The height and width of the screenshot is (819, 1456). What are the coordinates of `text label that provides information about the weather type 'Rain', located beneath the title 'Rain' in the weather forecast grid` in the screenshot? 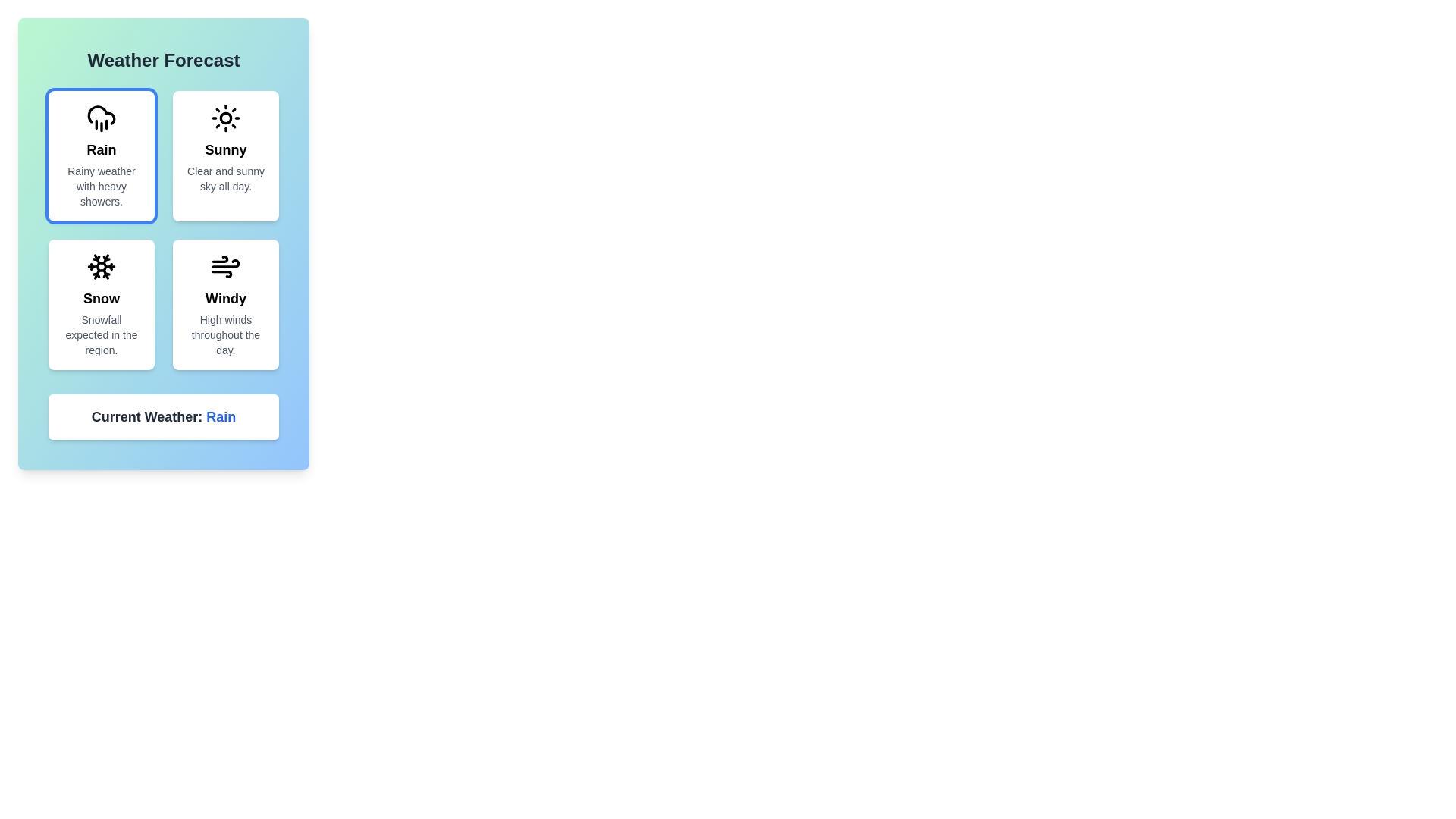 It's located at (101, 186).